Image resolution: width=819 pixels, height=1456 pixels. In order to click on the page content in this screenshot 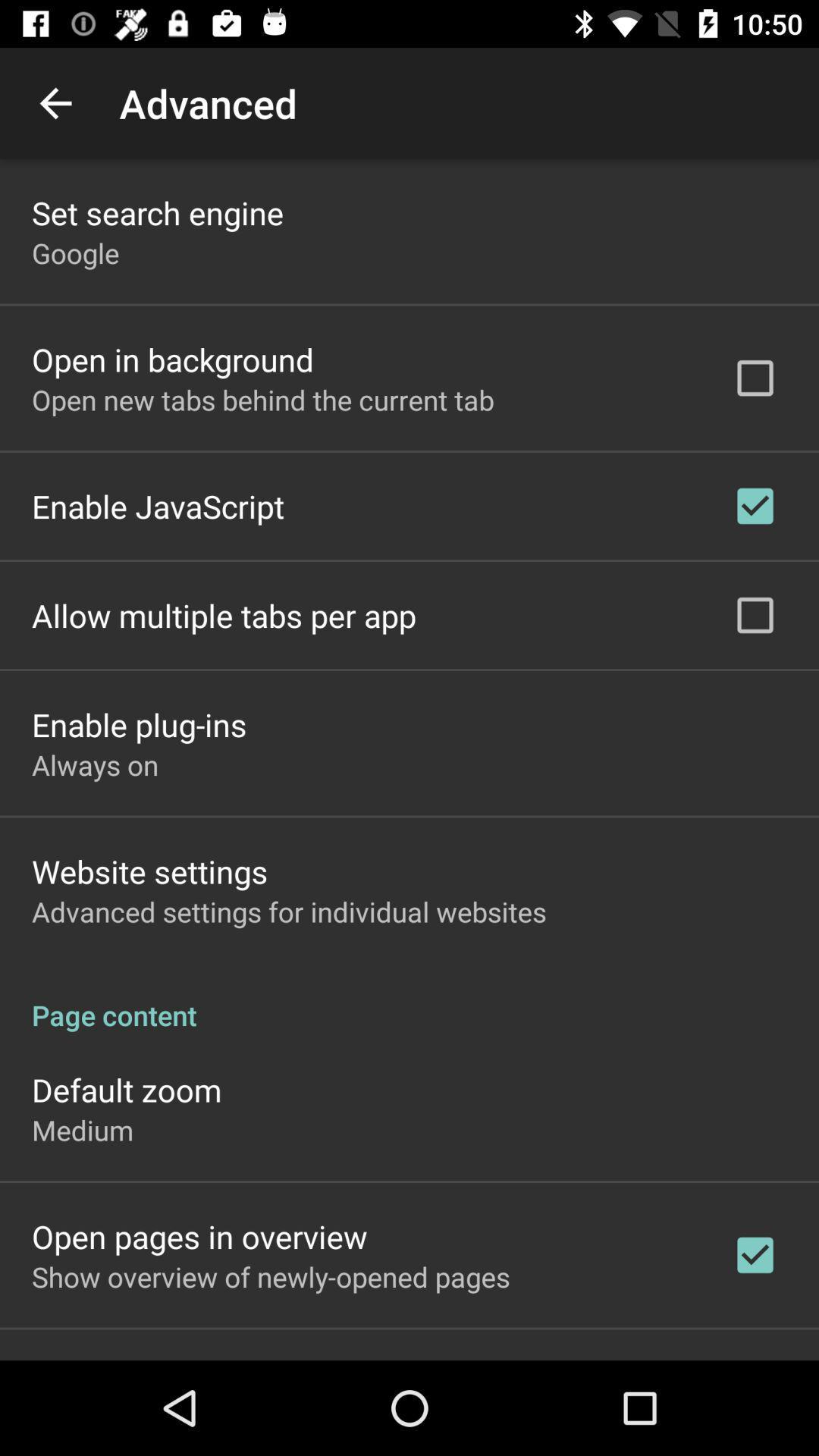, I will do `click(409, 999)`.